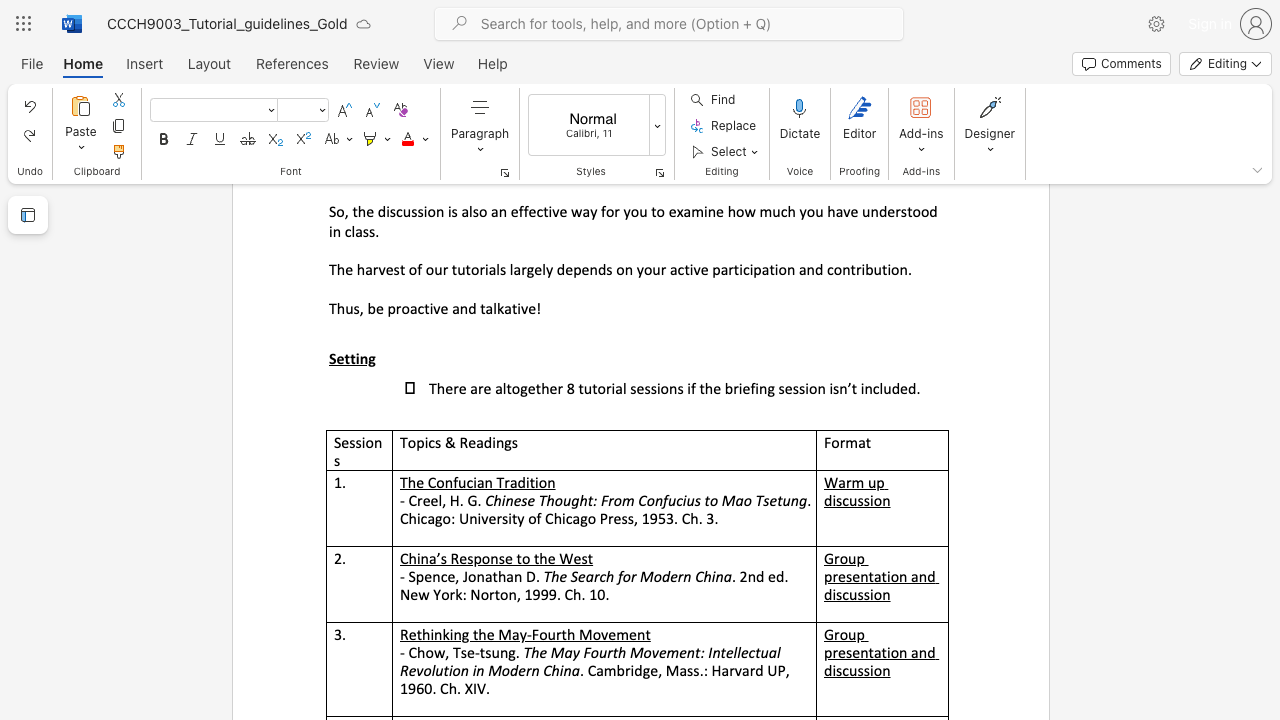 Image resolution: width=1280 pixels, height=720 pixels. I want to click on the subset text "onfucius to M" within the text "Chinese Thought: From Confucius to Mao Tsetung", so click(646, 499).